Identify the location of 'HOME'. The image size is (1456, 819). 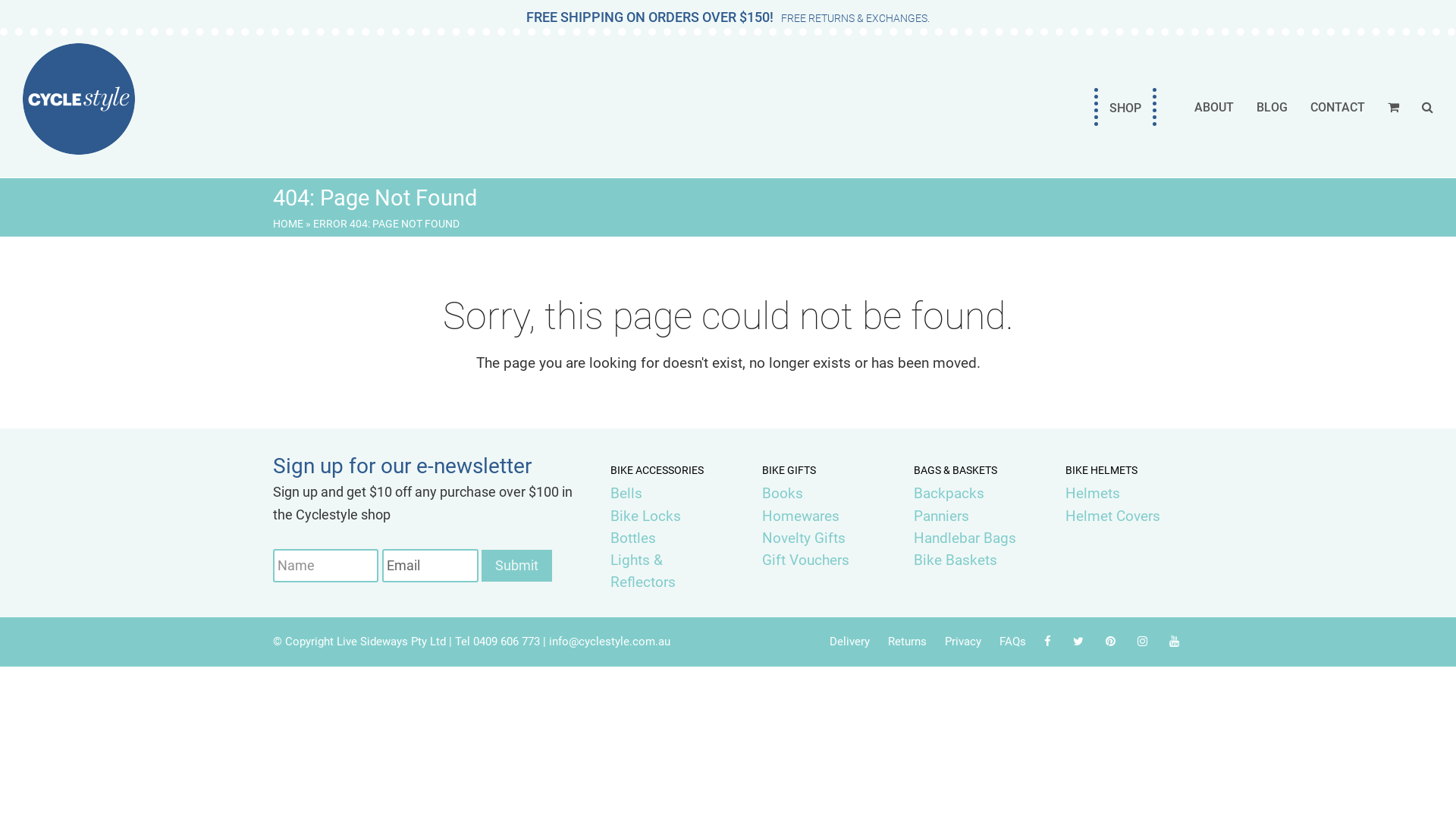
(287, 223).